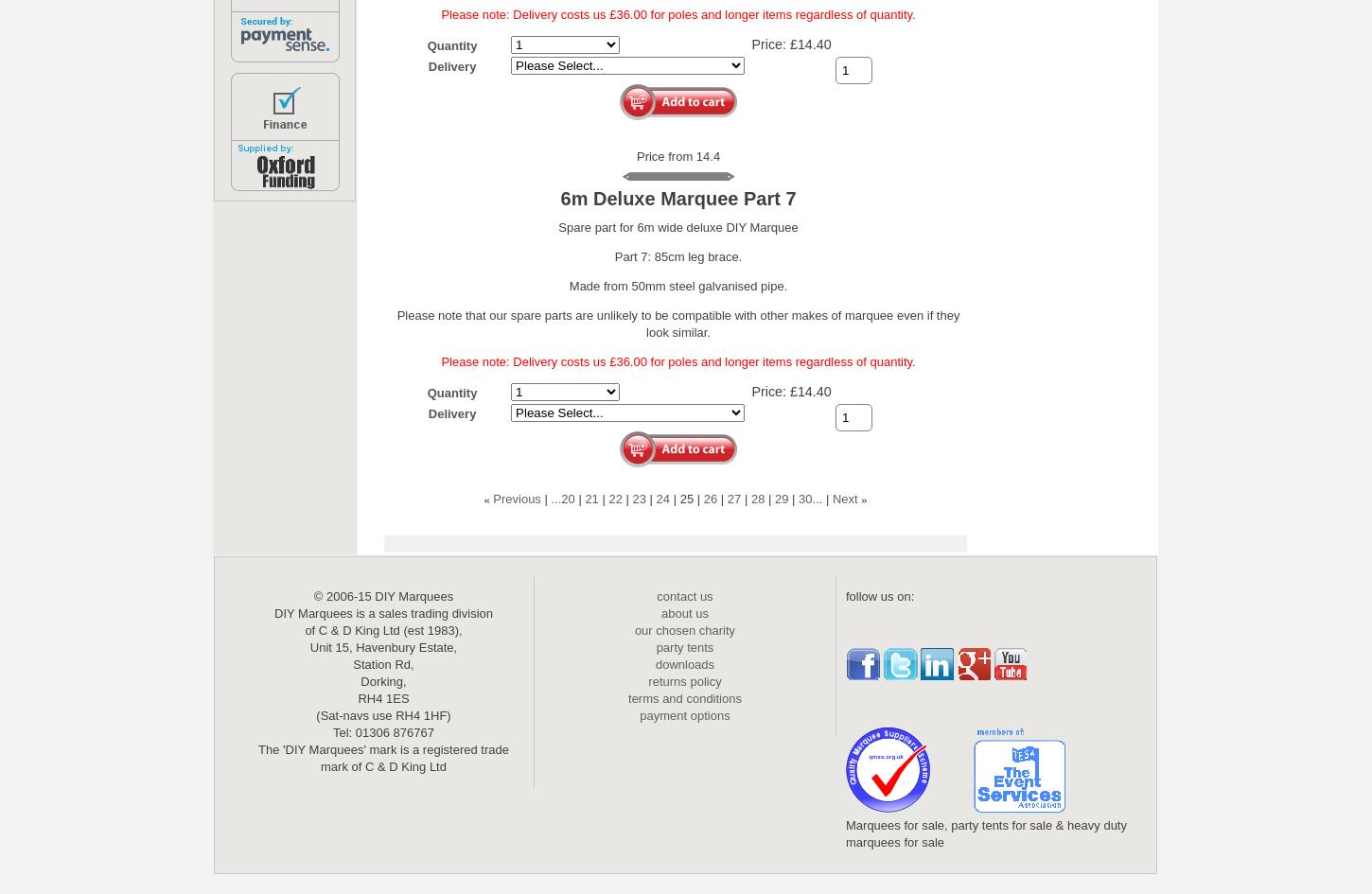 The image size is (1372, 894). I want to click on '22', so click(614, 498).